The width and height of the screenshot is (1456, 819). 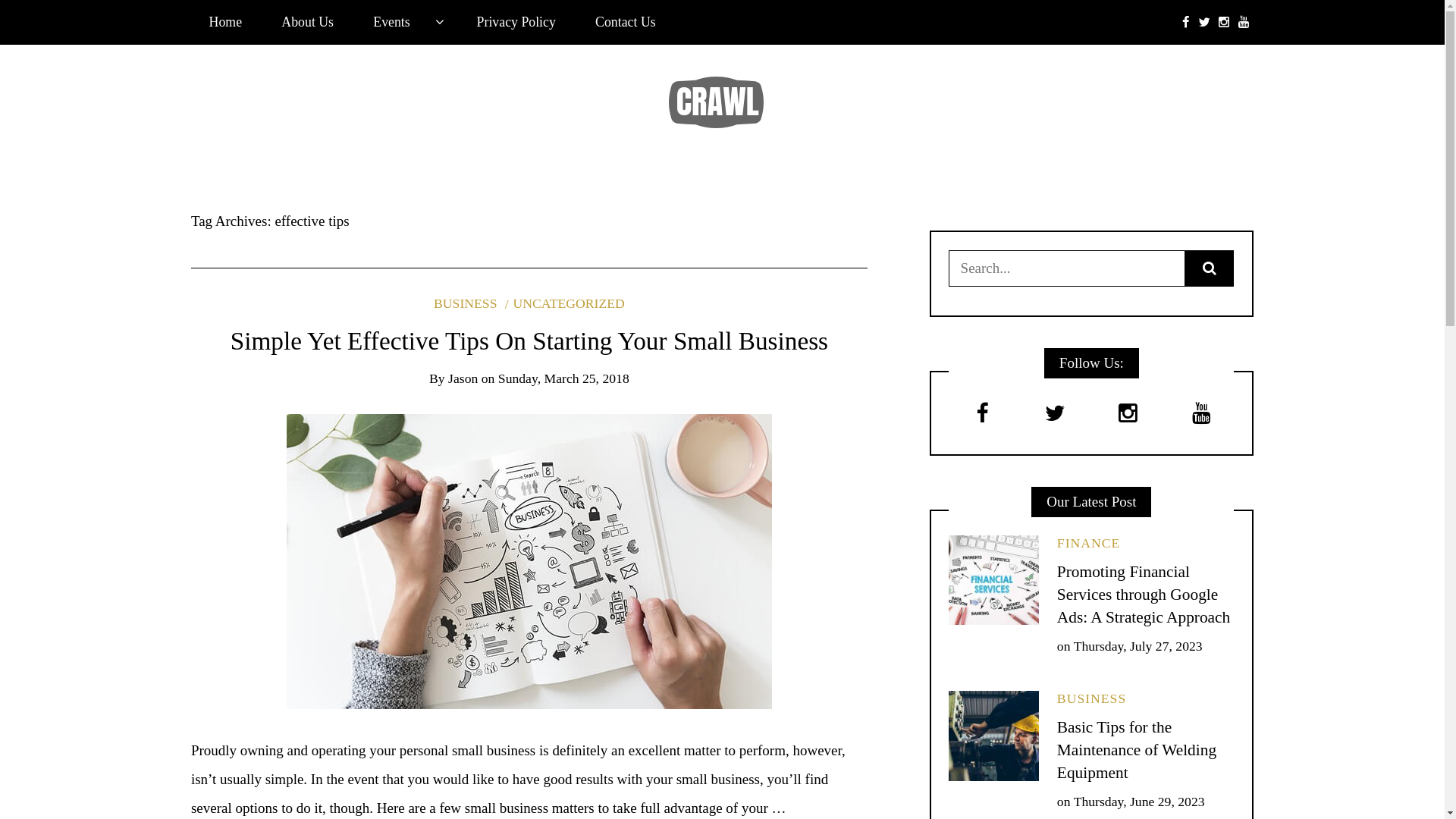 What do you see at coordinates (224, 22) in the screenshot?
I see `'Home'` at bounding box center [224, 22].